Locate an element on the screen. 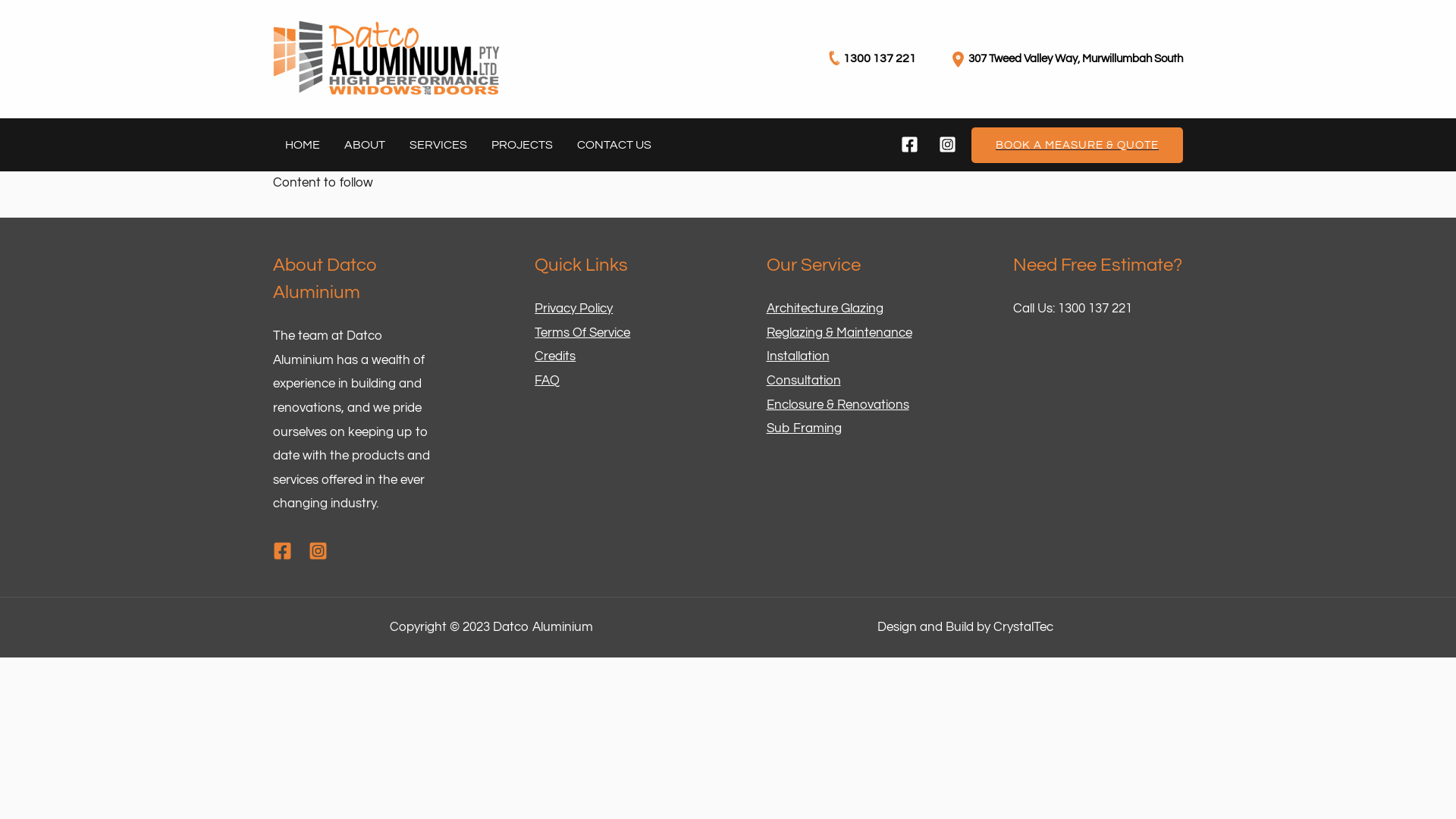  'ABOUT' is located at coordinates (364, 145).